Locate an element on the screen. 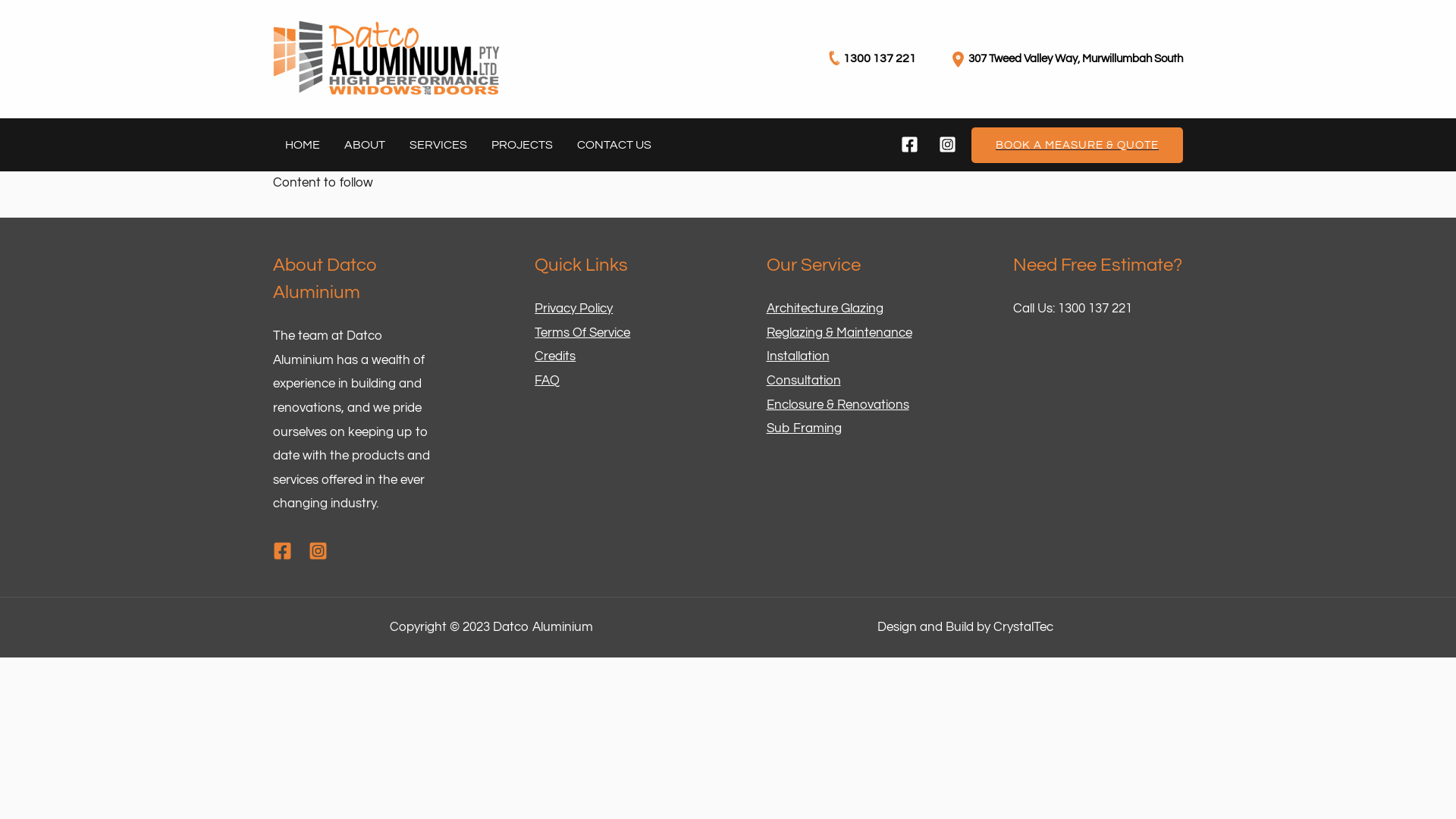  'ABOUT' is located at coordinates (364, 145).